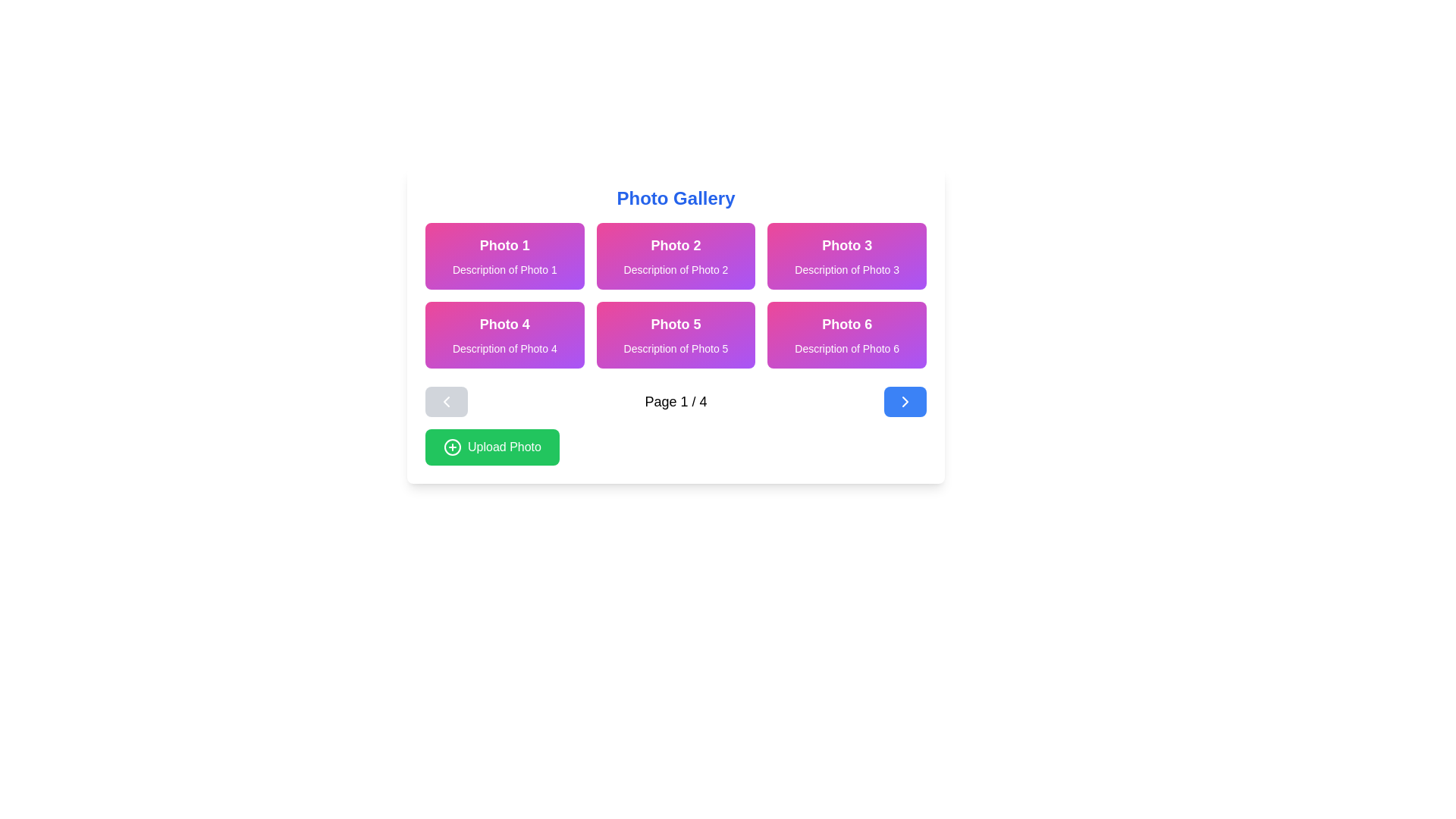 Image resolution: width=1456 pixels, height=819 pixels. I want to click on the text label providing additional contextual information for 'Photo 2', located below the 'Photo 2' text in the second card of a three-by-two grid layout, so click(675, 268).